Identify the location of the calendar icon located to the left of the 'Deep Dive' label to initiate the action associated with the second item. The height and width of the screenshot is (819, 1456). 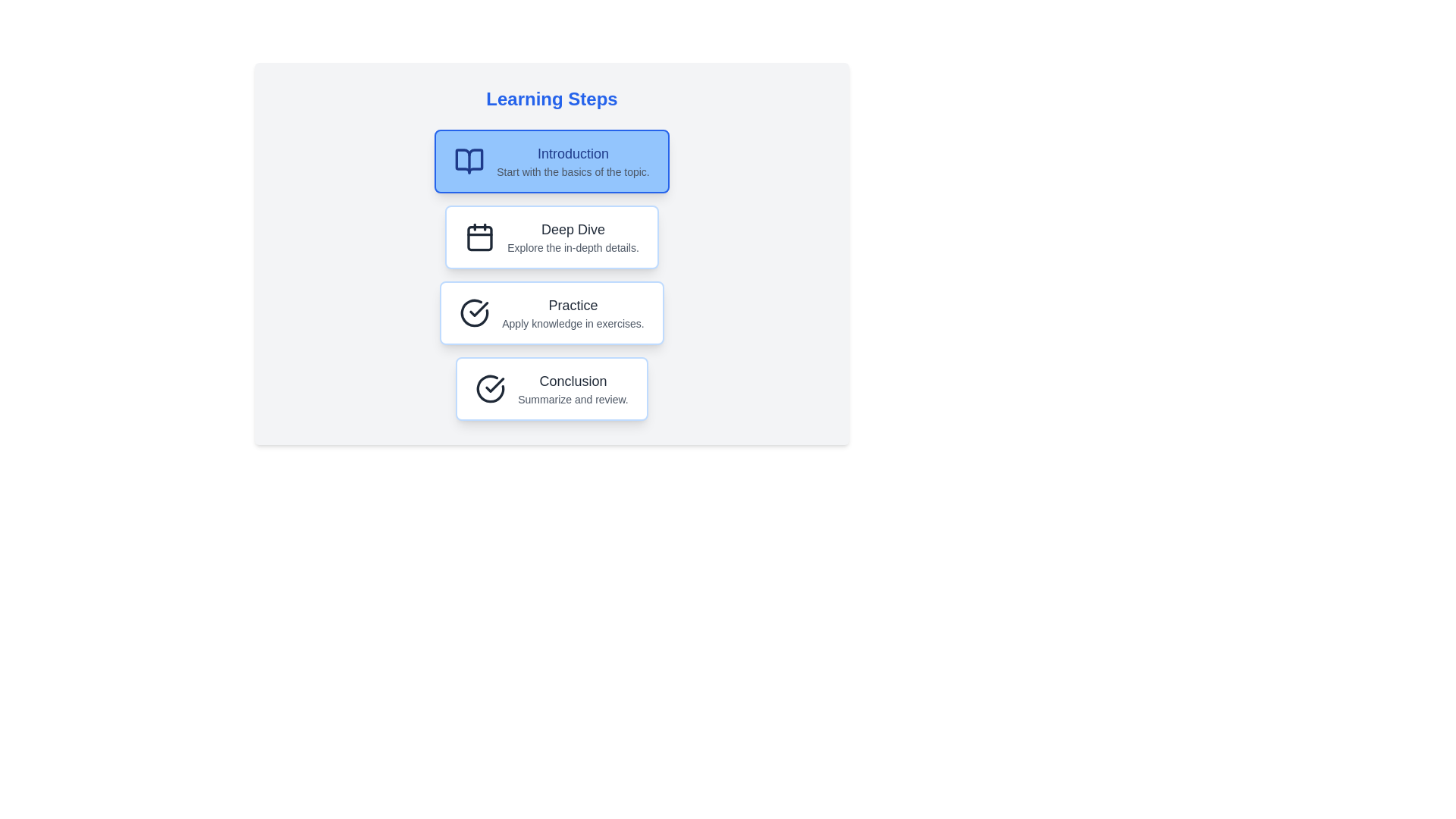
(479, 237).